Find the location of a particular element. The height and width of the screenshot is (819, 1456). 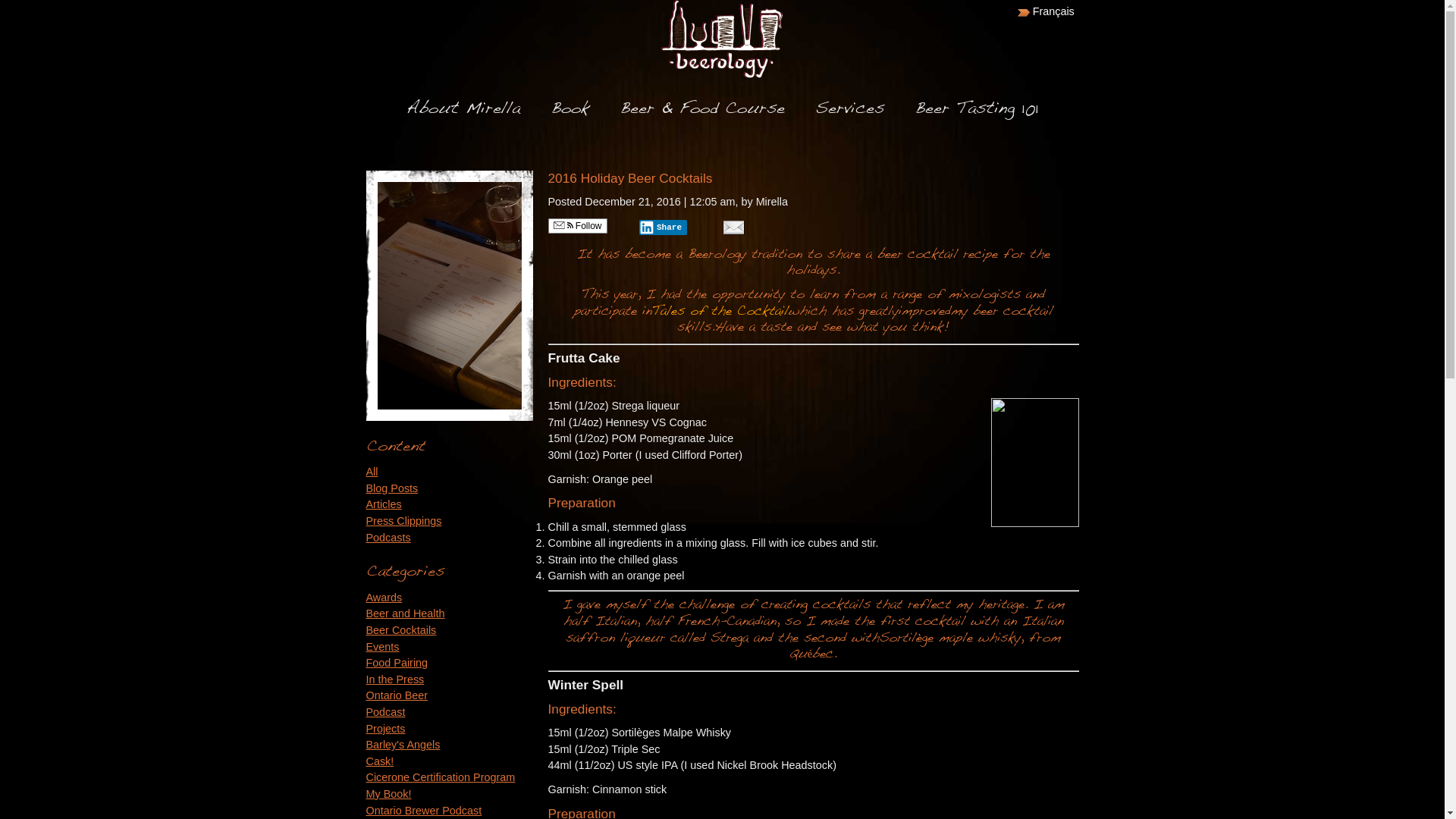

'2016 Holiday Beer Cocktails' is located at coordinates (629, 177).